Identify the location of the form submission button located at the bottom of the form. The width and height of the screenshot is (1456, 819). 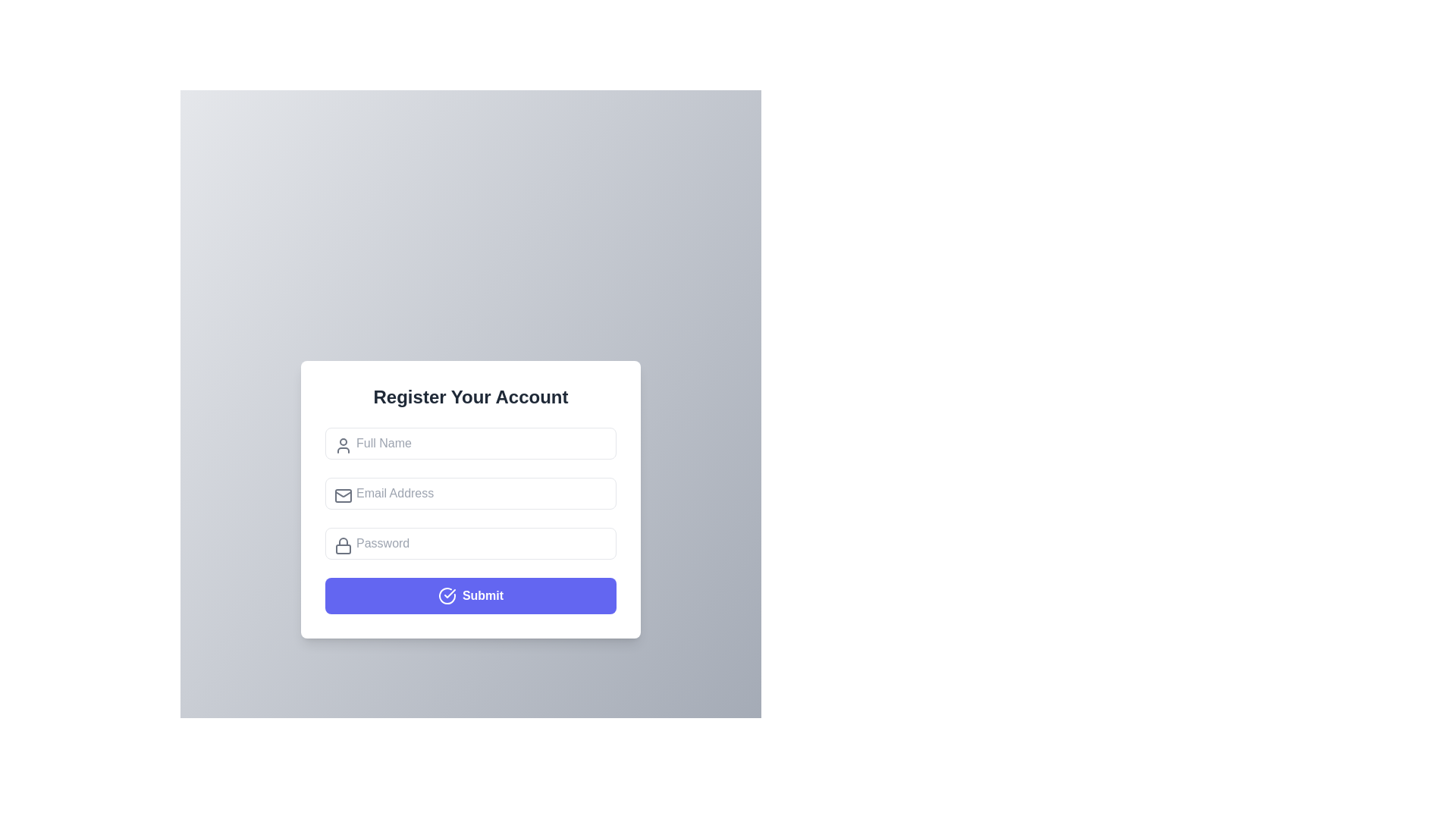
(469, 595).